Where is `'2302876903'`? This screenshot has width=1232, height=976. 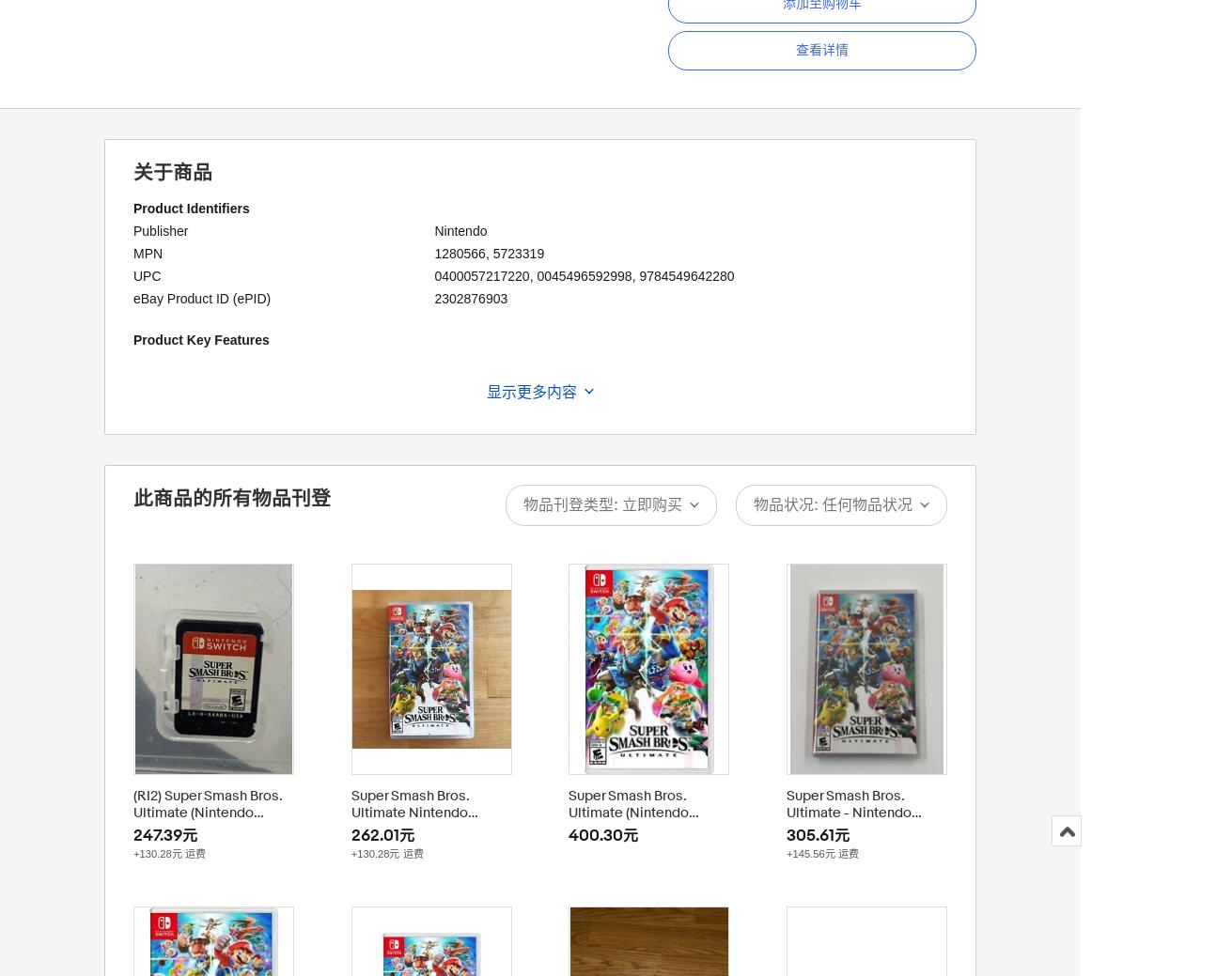
'2302876903' is located at coordinates (470, 297).